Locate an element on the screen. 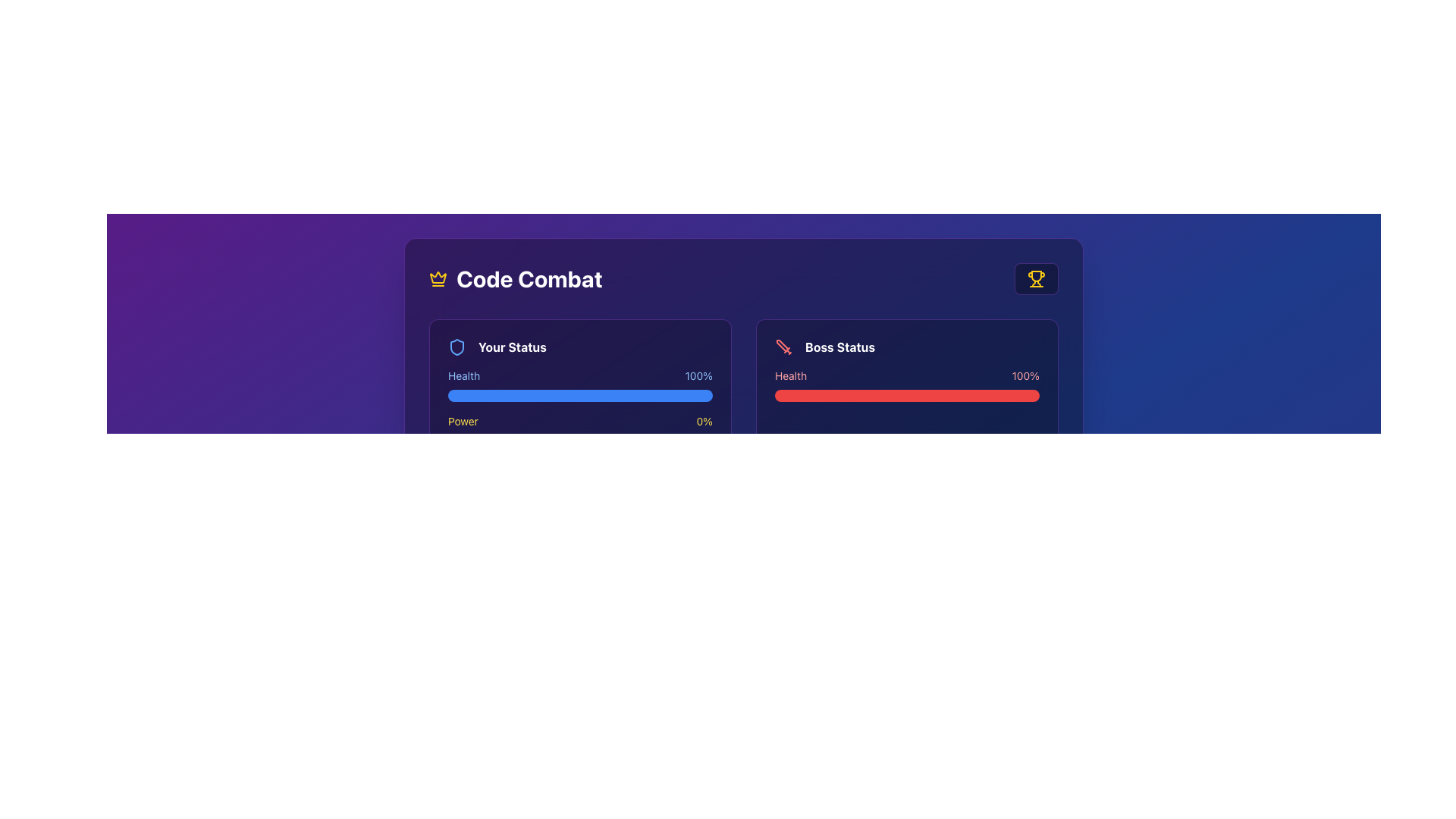 Image resolution: width=1456 pixels, height=819 pixels. the trophy icon, which is yellow on a dark blue rectangle with rounded corners, located in the top-right section of the 'Code Combat' interface is located at coordinates (1036, 278).